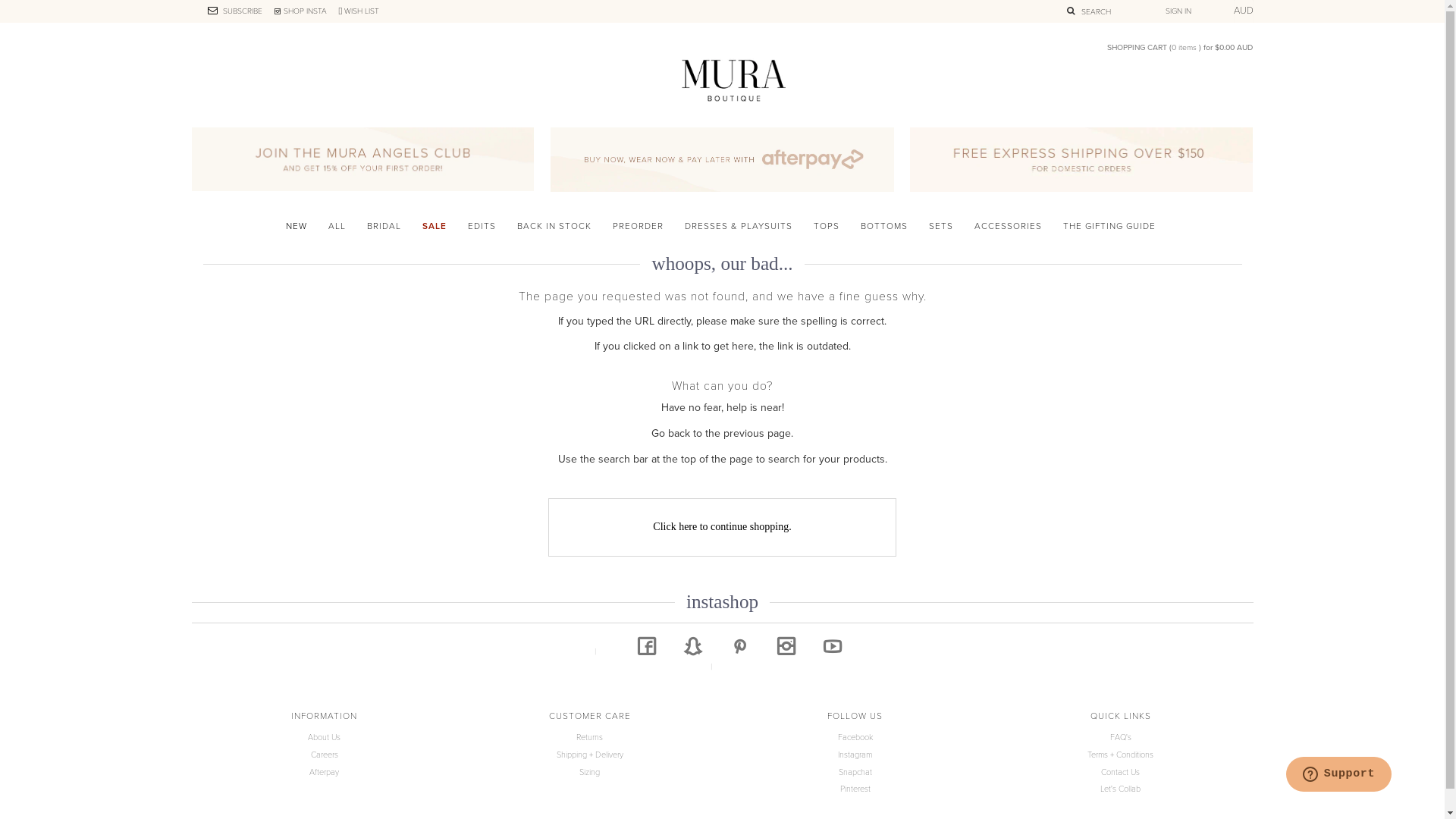 This screenshot has height=819, width=1456. I want to click on 'SEARCH', so click(1095, 11).